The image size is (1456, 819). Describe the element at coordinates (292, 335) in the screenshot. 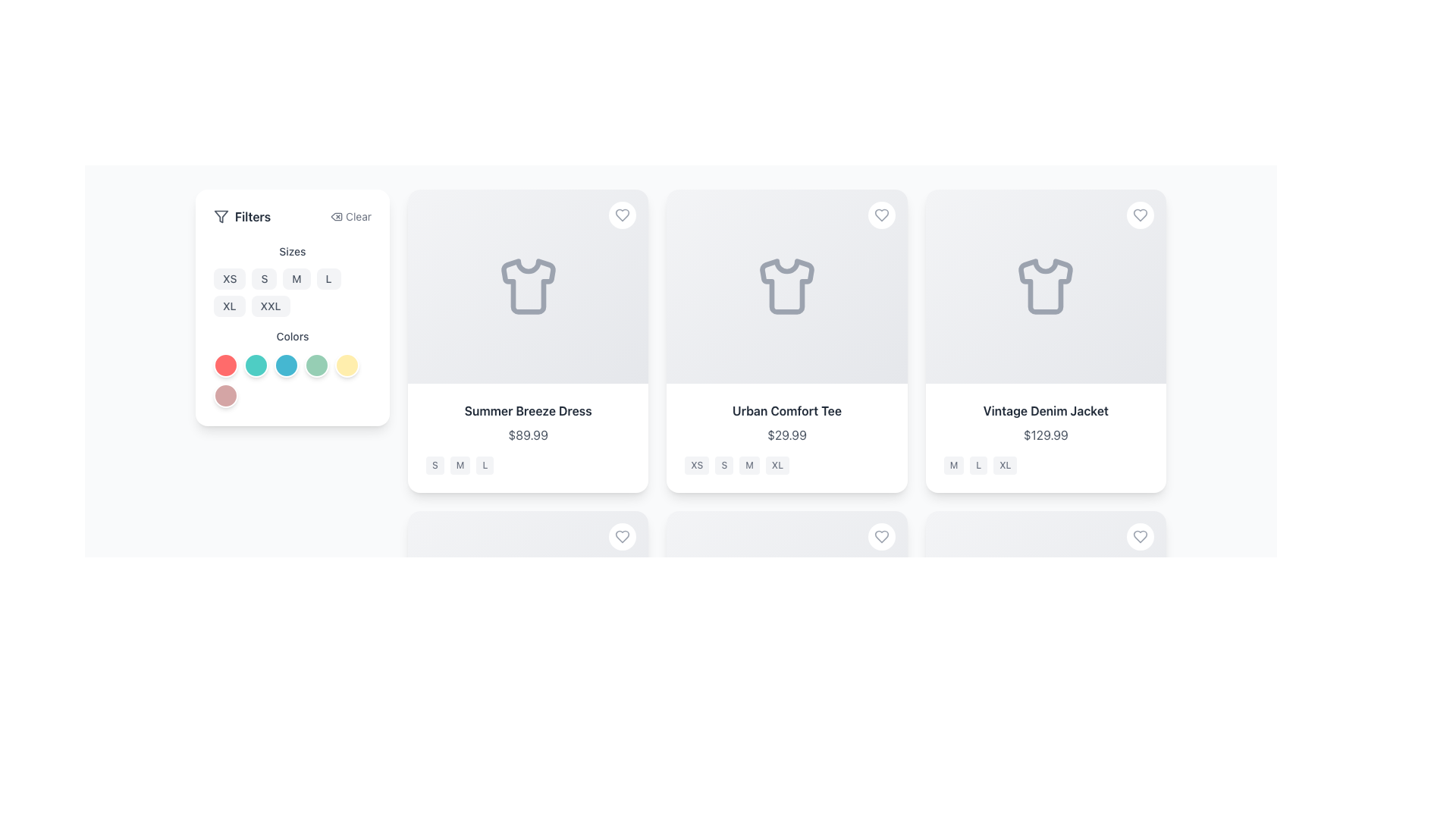

I see `the 'Colors' text label, which is styled with a small font size, medium weight, and gray coloring, located in the filtering interface above the color selection buttons` at that location.